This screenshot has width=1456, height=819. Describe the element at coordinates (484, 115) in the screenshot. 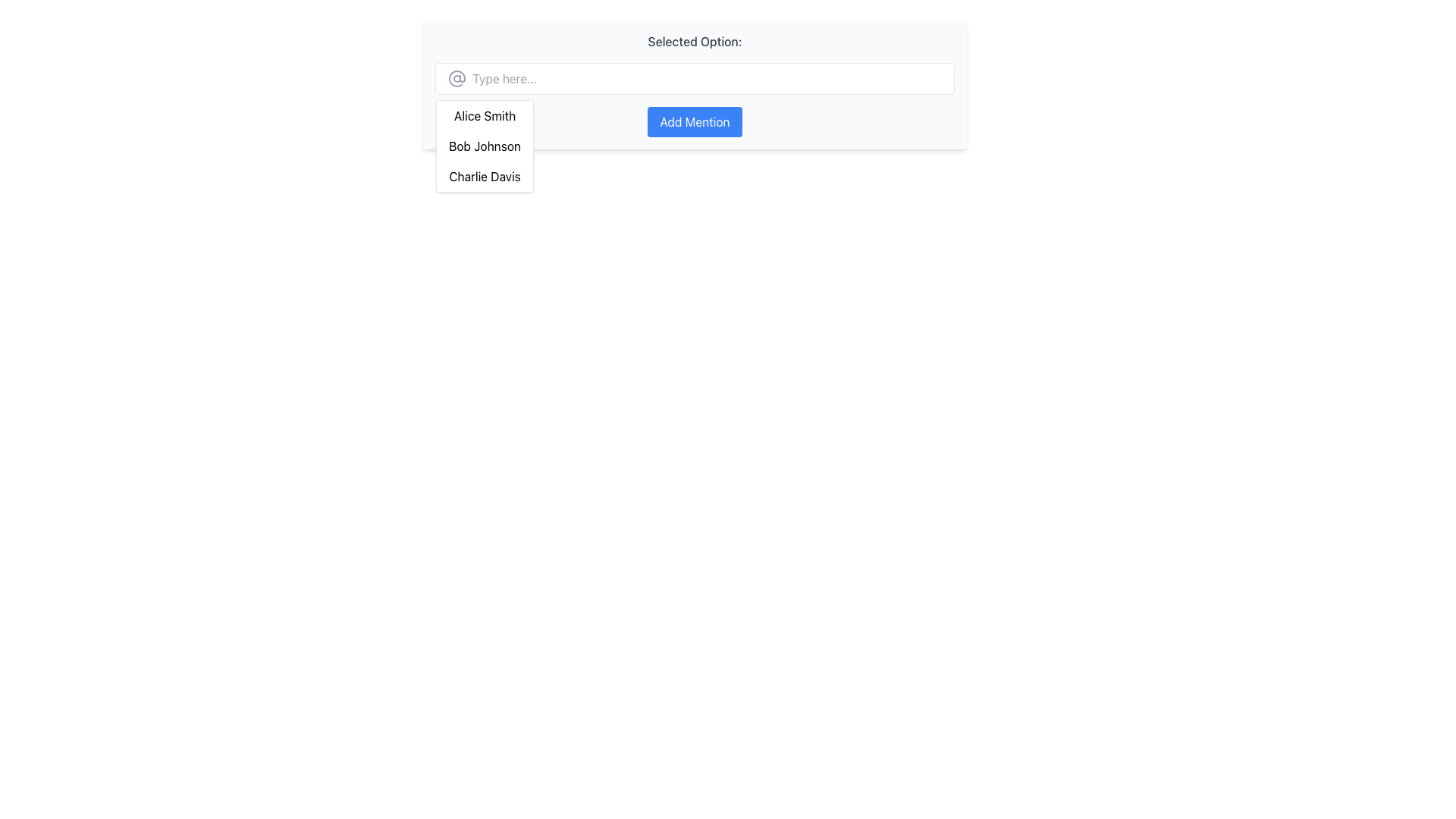

I see `the text option 'Alice Smith' in the dropdown list` at that location.